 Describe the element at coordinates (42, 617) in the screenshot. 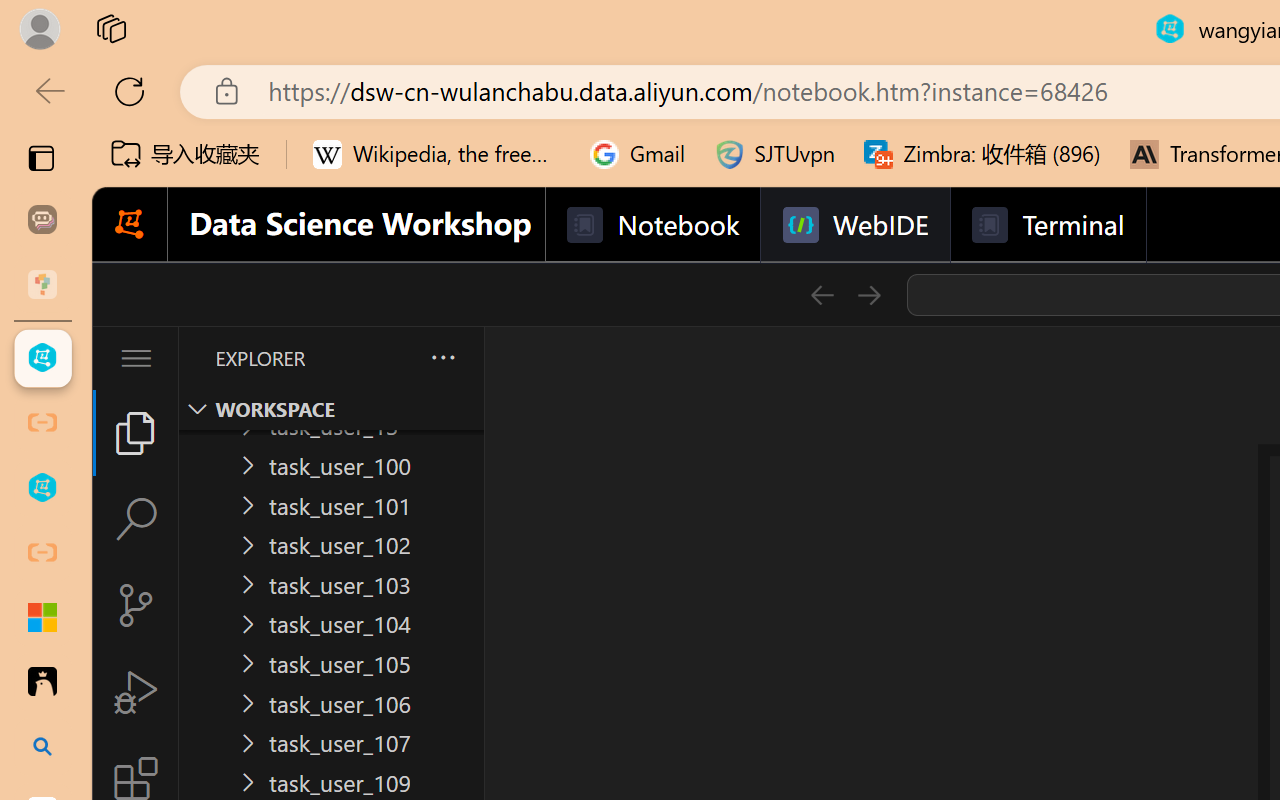

I see `'Adjust indents and spacing - Microsoft Support'` at that location.